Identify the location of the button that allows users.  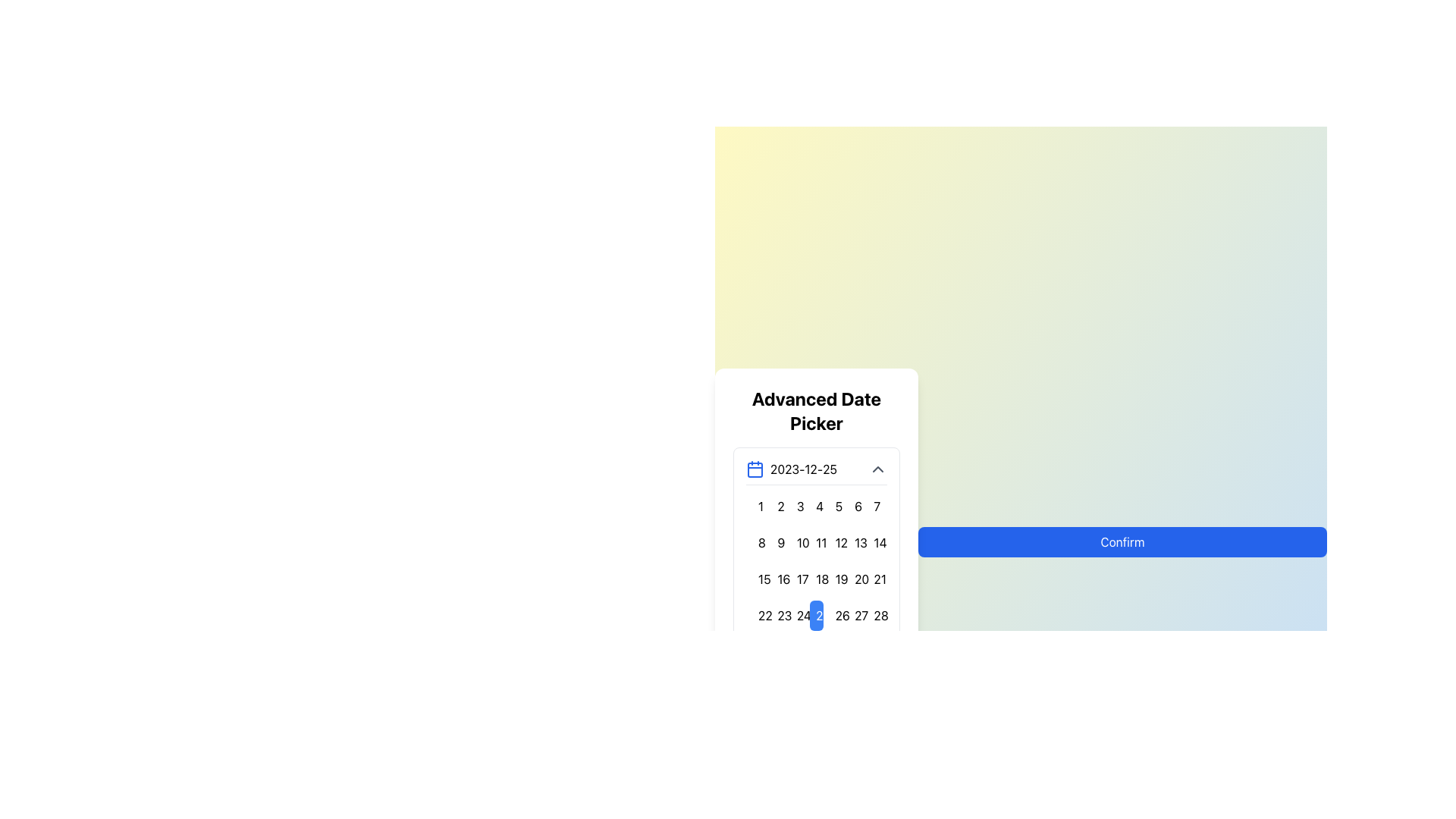
(874, 541).